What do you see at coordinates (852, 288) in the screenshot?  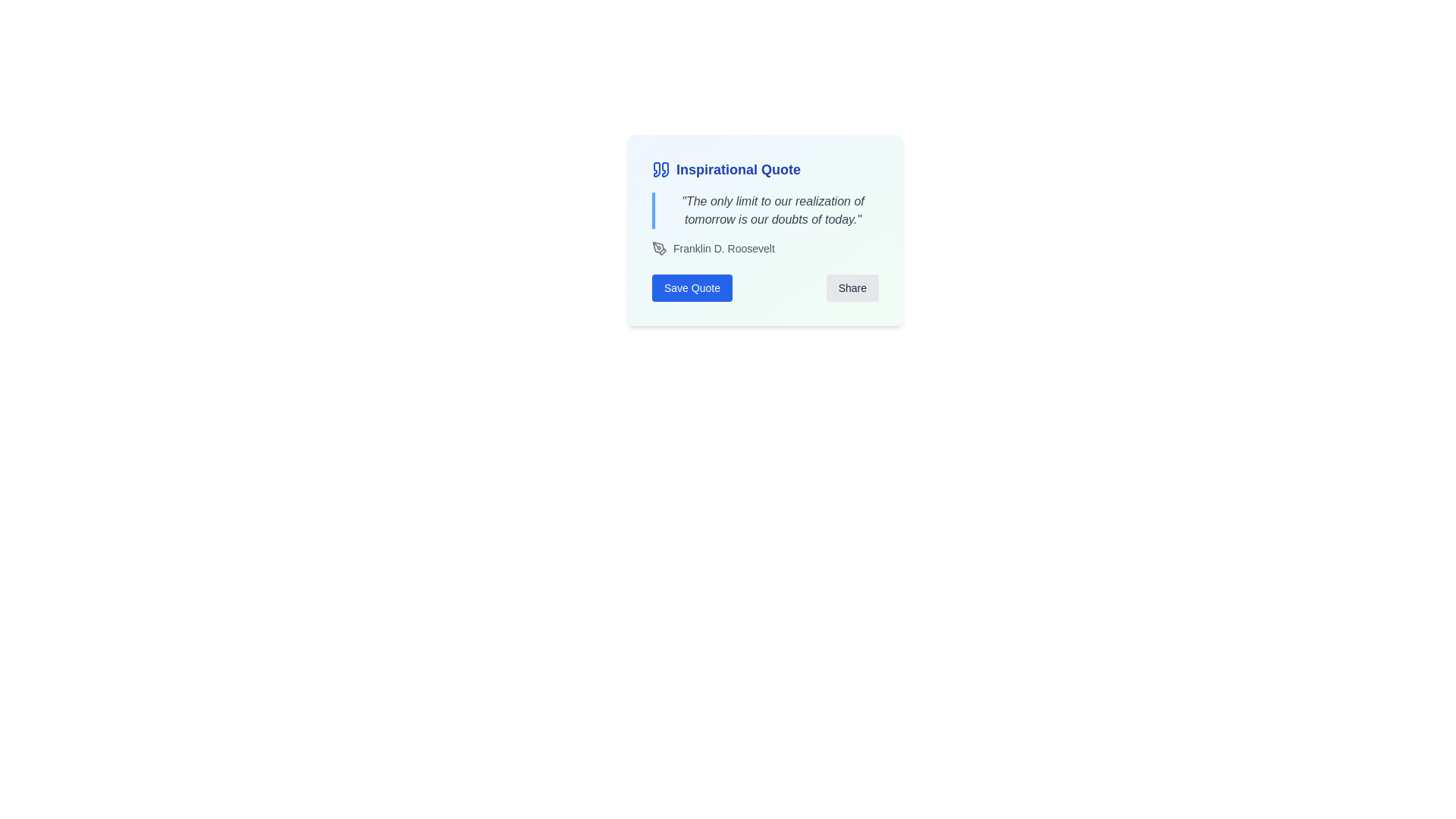 I see `the 'Share' button, which is a rounded rectangle with light gray background and dark gray text, located at the bottom-right corner of a card-like component` at bounding box center [852, 288].